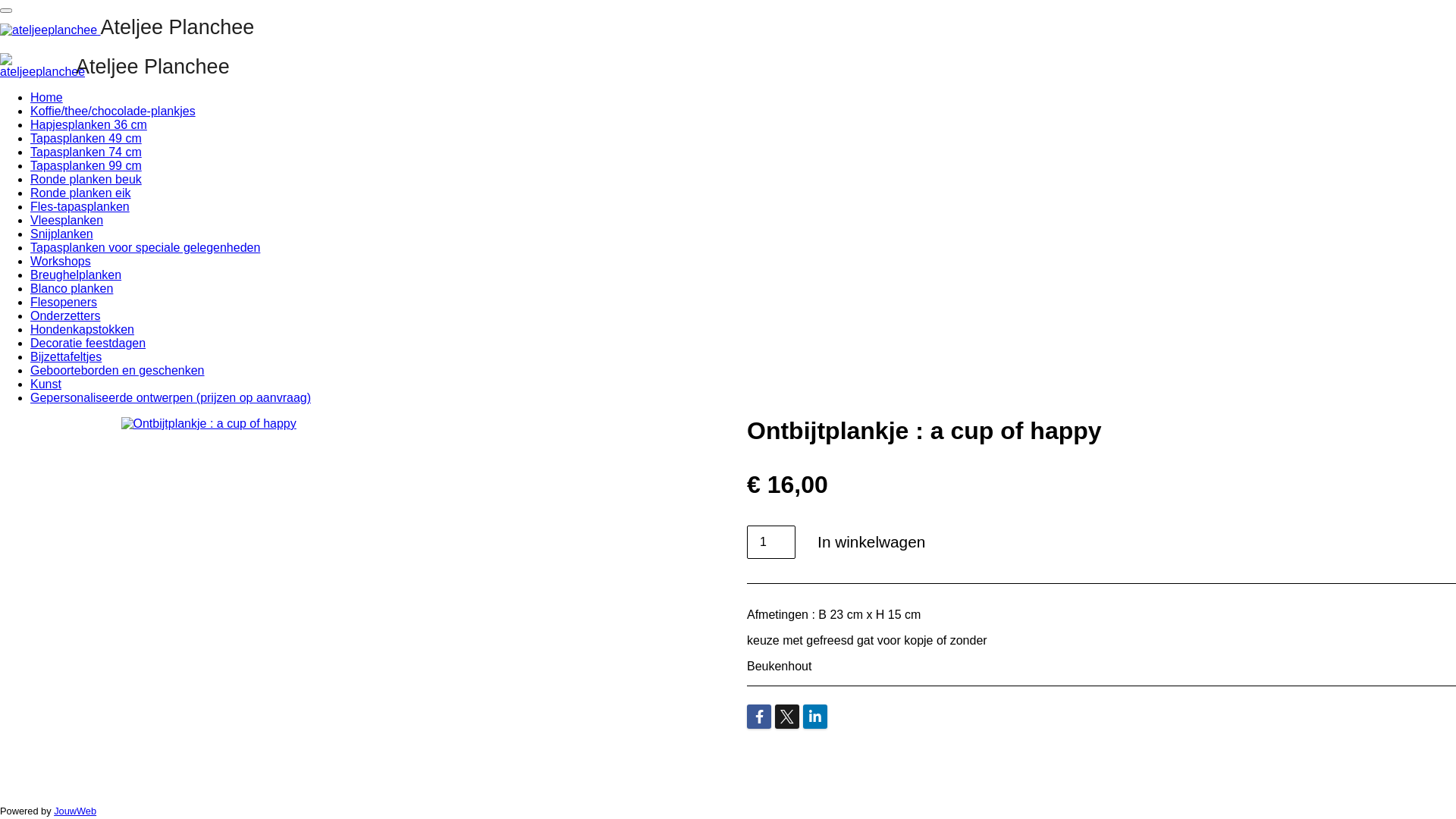  I want to click on 'Tapasplanken 74 cm', so click(30, 152).